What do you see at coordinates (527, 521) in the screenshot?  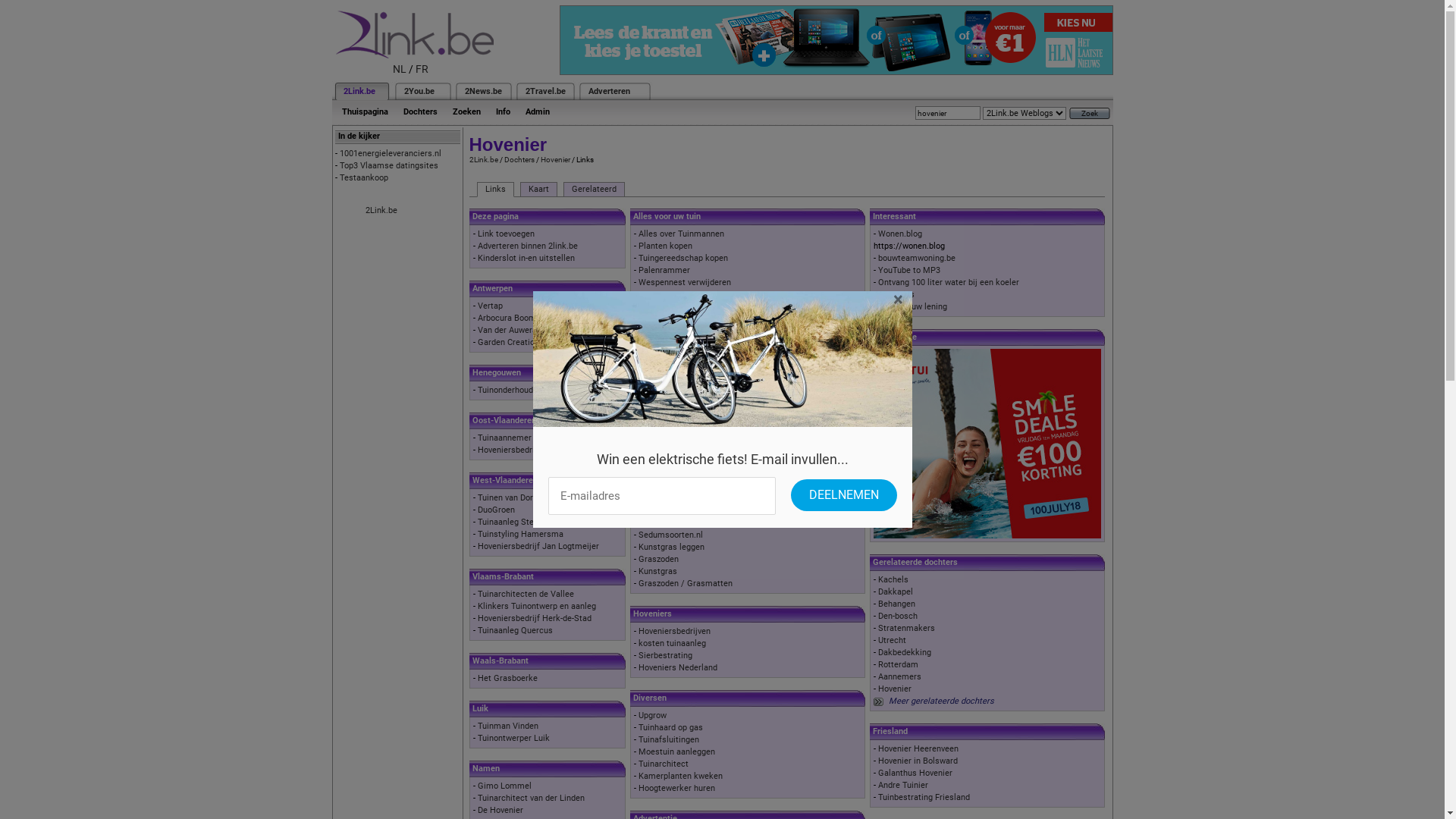 I see `'Tuinaanleg Stephan Boute'` at bounding box center [527, 521].